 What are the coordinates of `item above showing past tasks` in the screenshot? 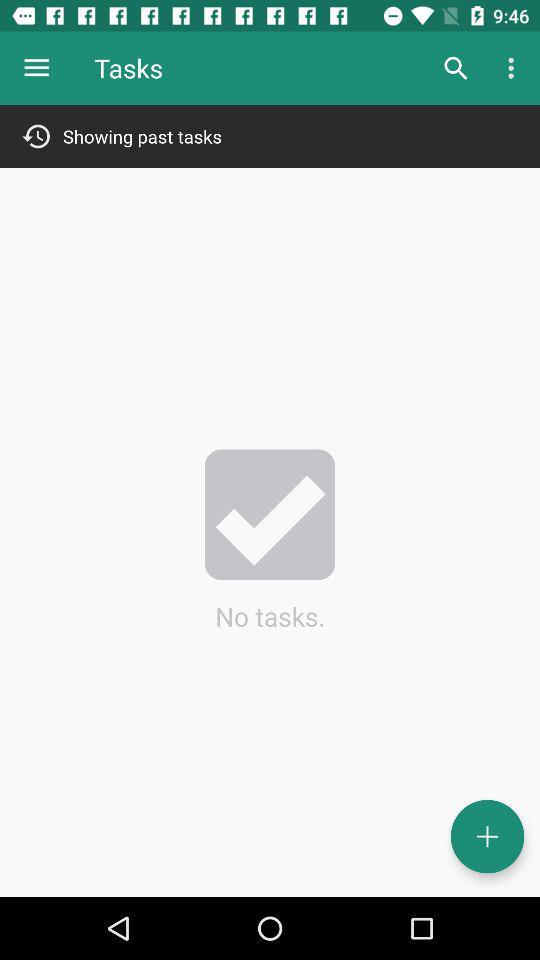 It's located at (455, 68).